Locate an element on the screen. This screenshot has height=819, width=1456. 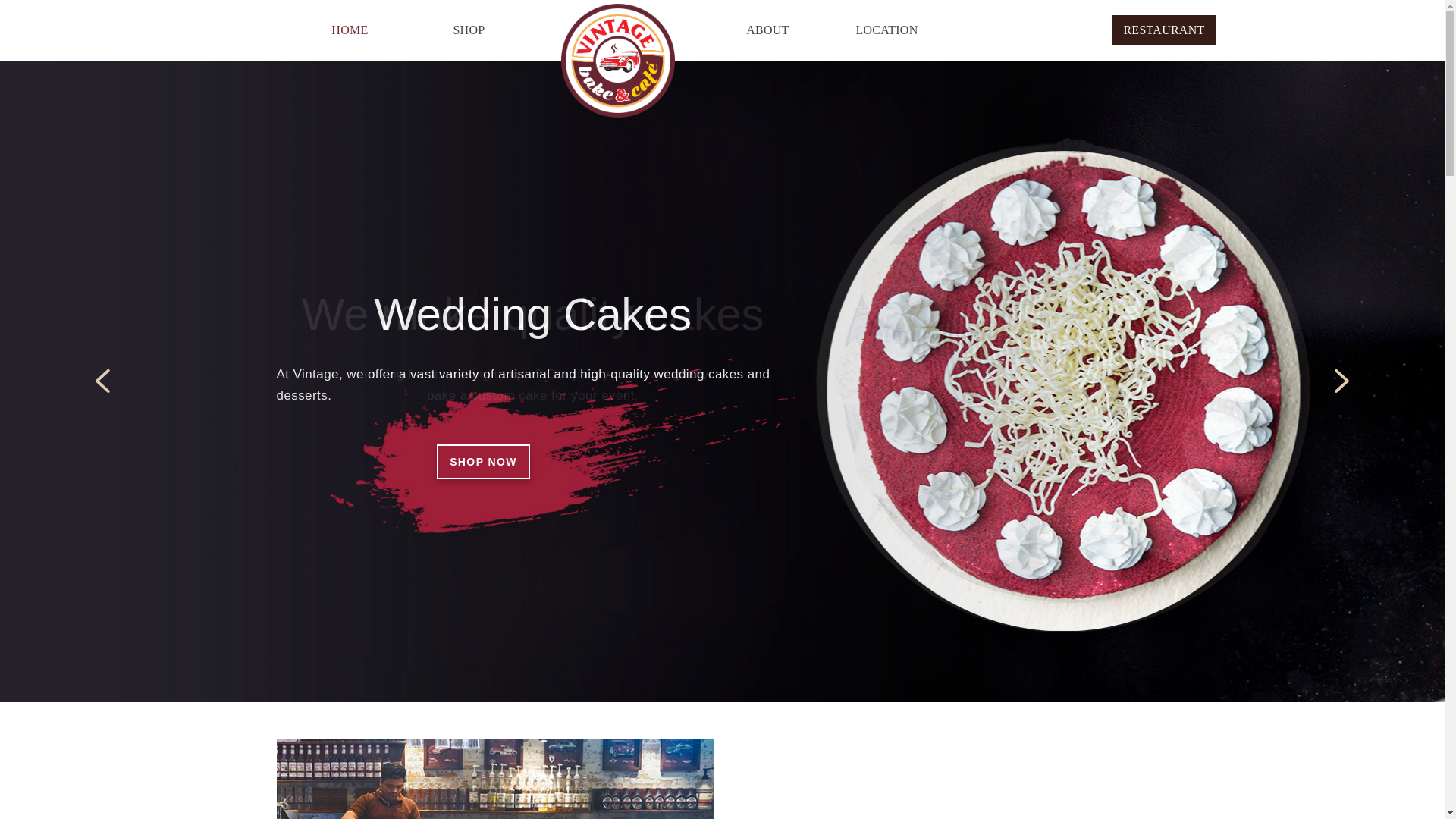
'ABOUT' is located at coordinates (767, 30).